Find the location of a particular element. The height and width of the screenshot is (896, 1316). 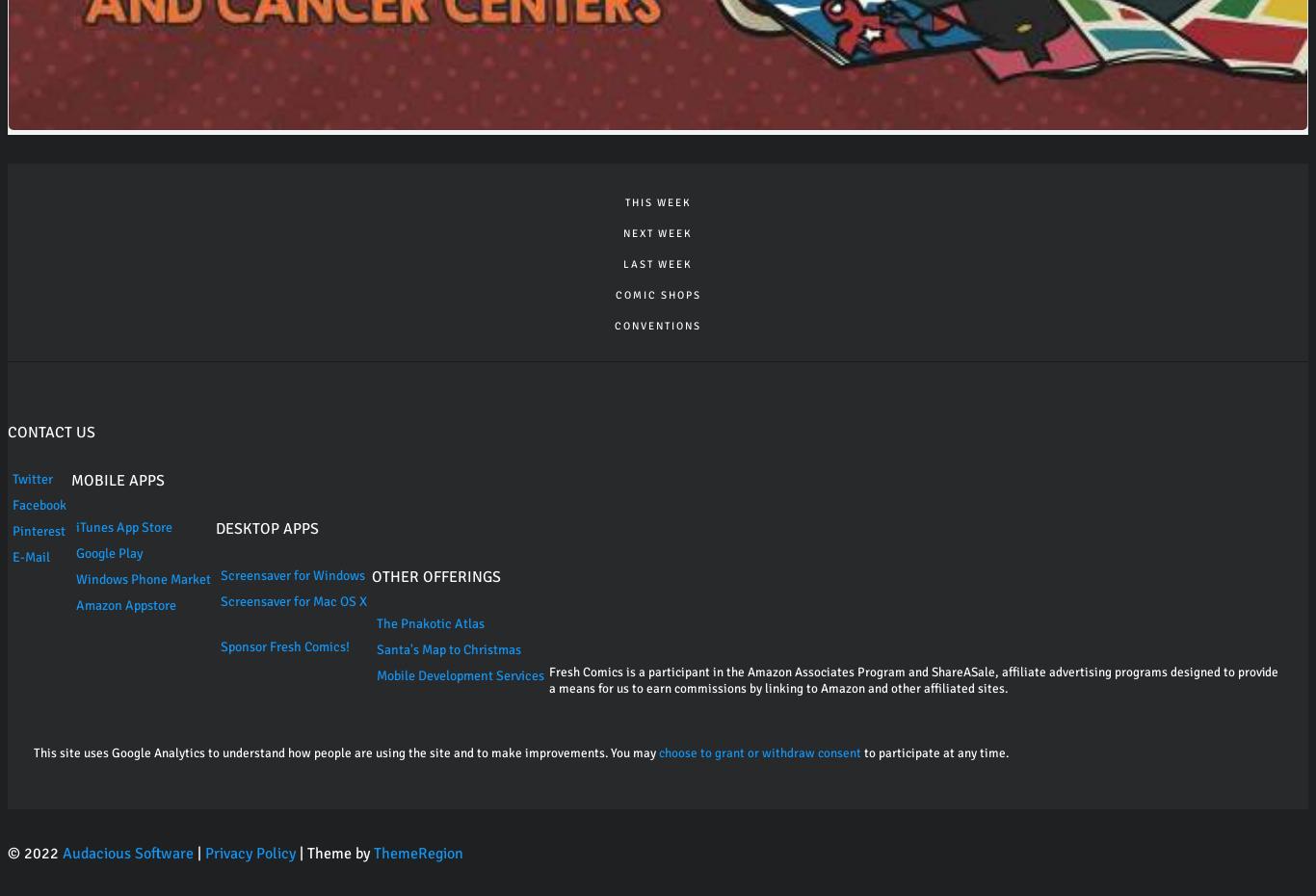

'© 2022' is located at coordinates (35, 852).